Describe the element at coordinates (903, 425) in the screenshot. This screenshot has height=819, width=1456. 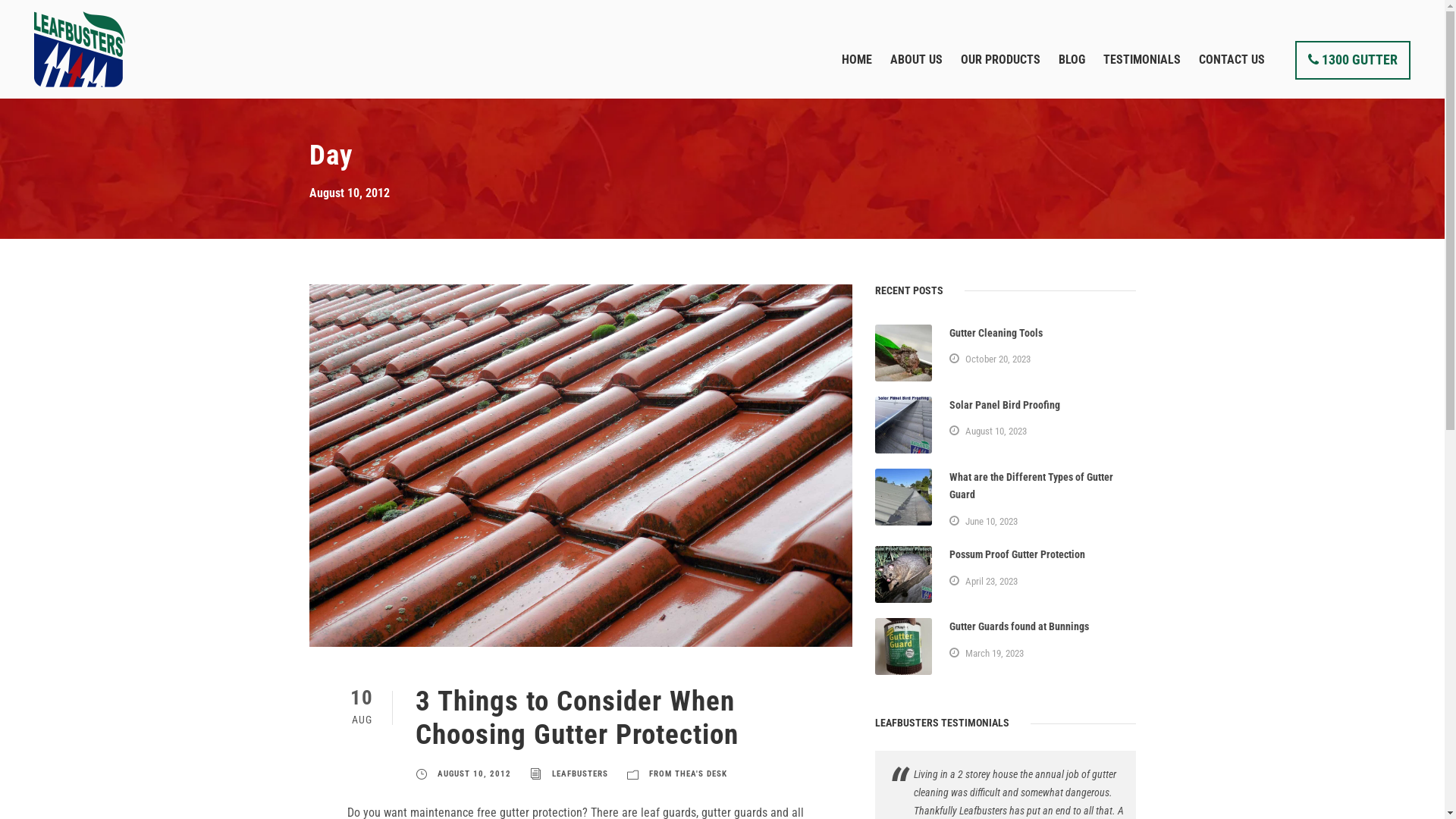
I see `'Solar Panel Bird Proofing'` at that location.